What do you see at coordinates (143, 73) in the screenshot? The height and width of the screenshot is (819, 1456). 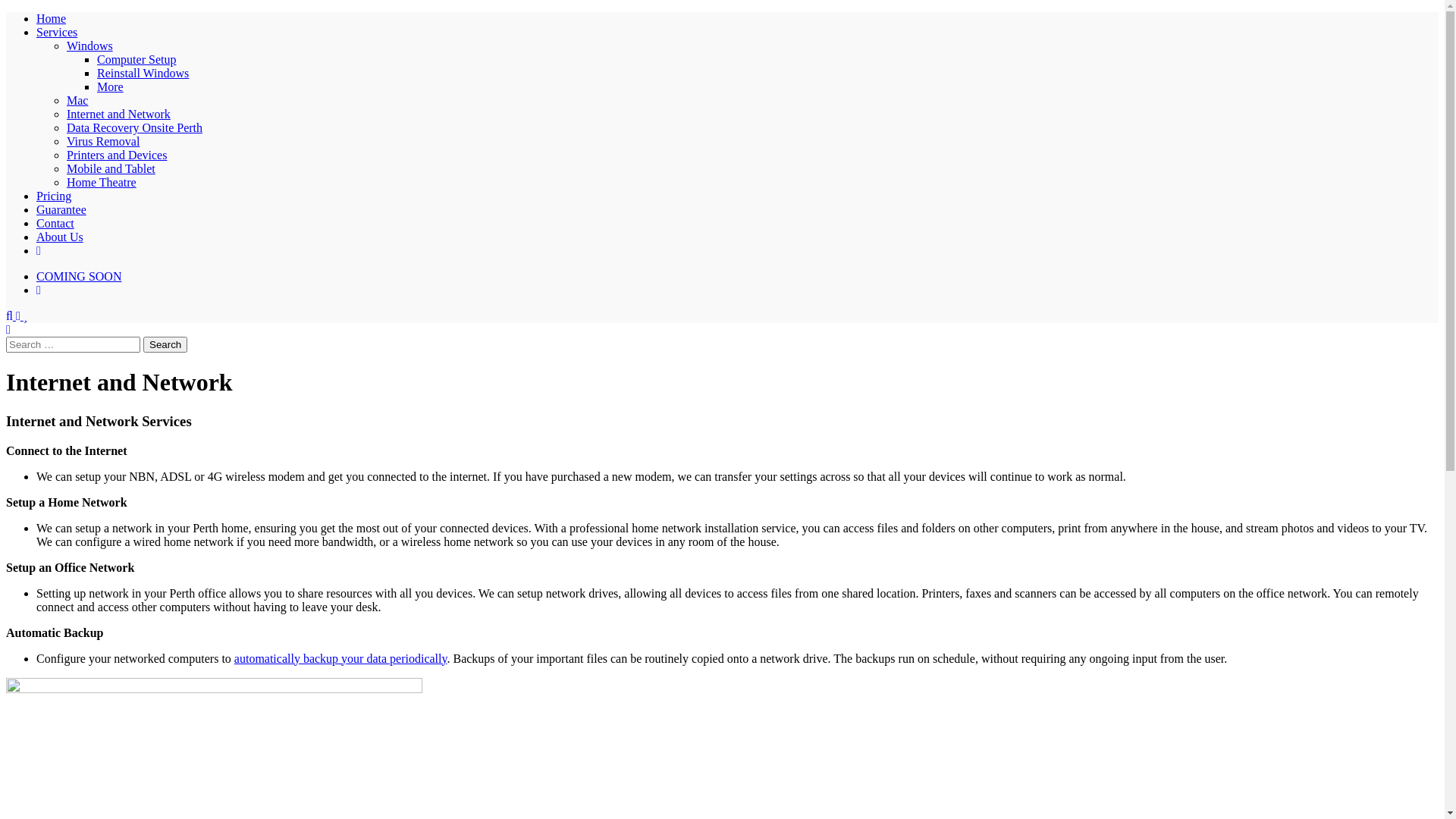 I see `'Reinstall Windows'` at bounding box center [143, 73].